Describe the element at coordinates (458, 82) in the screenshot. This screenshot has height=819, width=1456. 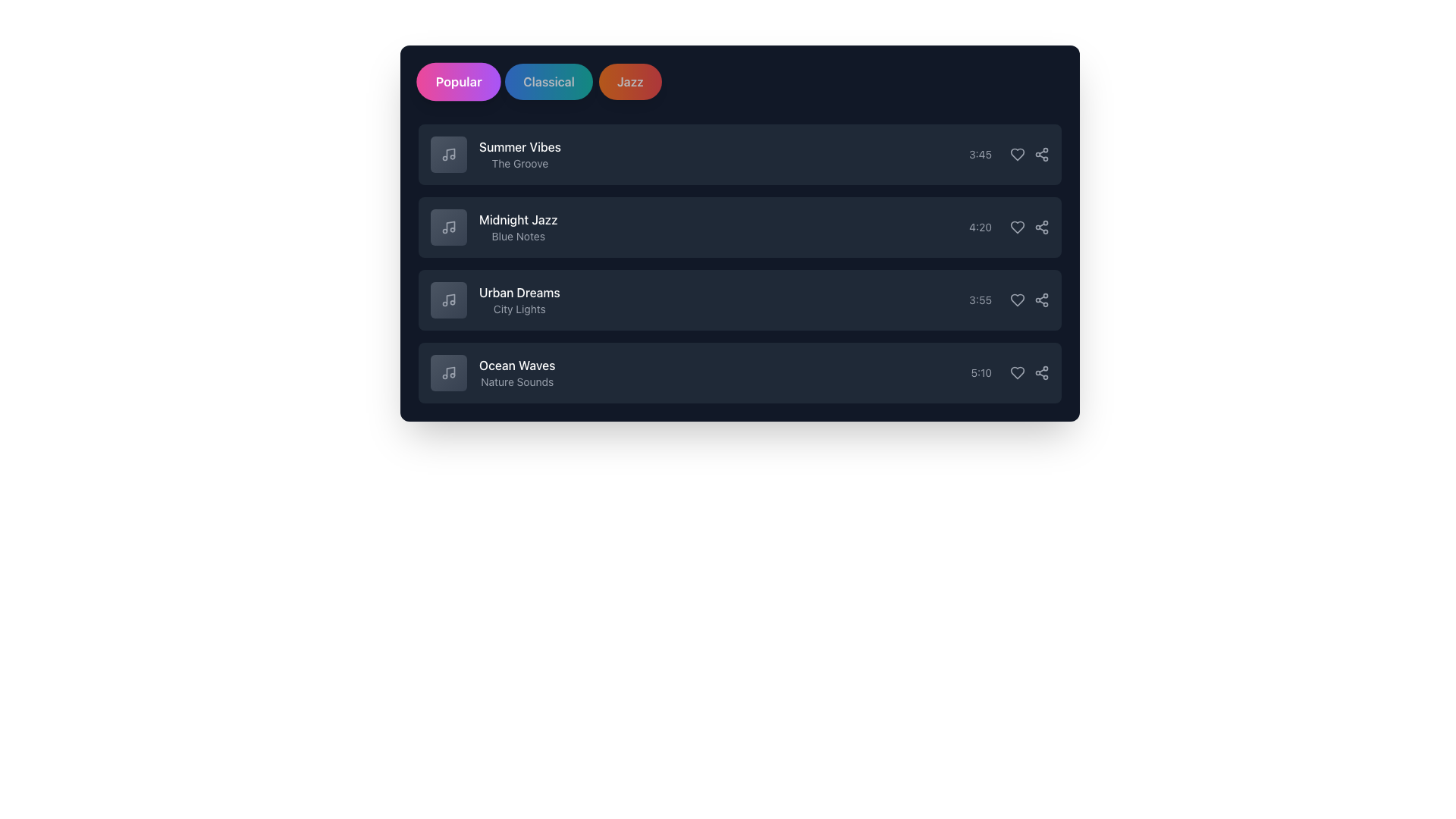
I see `the 'Popular' category filter button located at the top-left region of the interface for accessibility navigation` at that location.